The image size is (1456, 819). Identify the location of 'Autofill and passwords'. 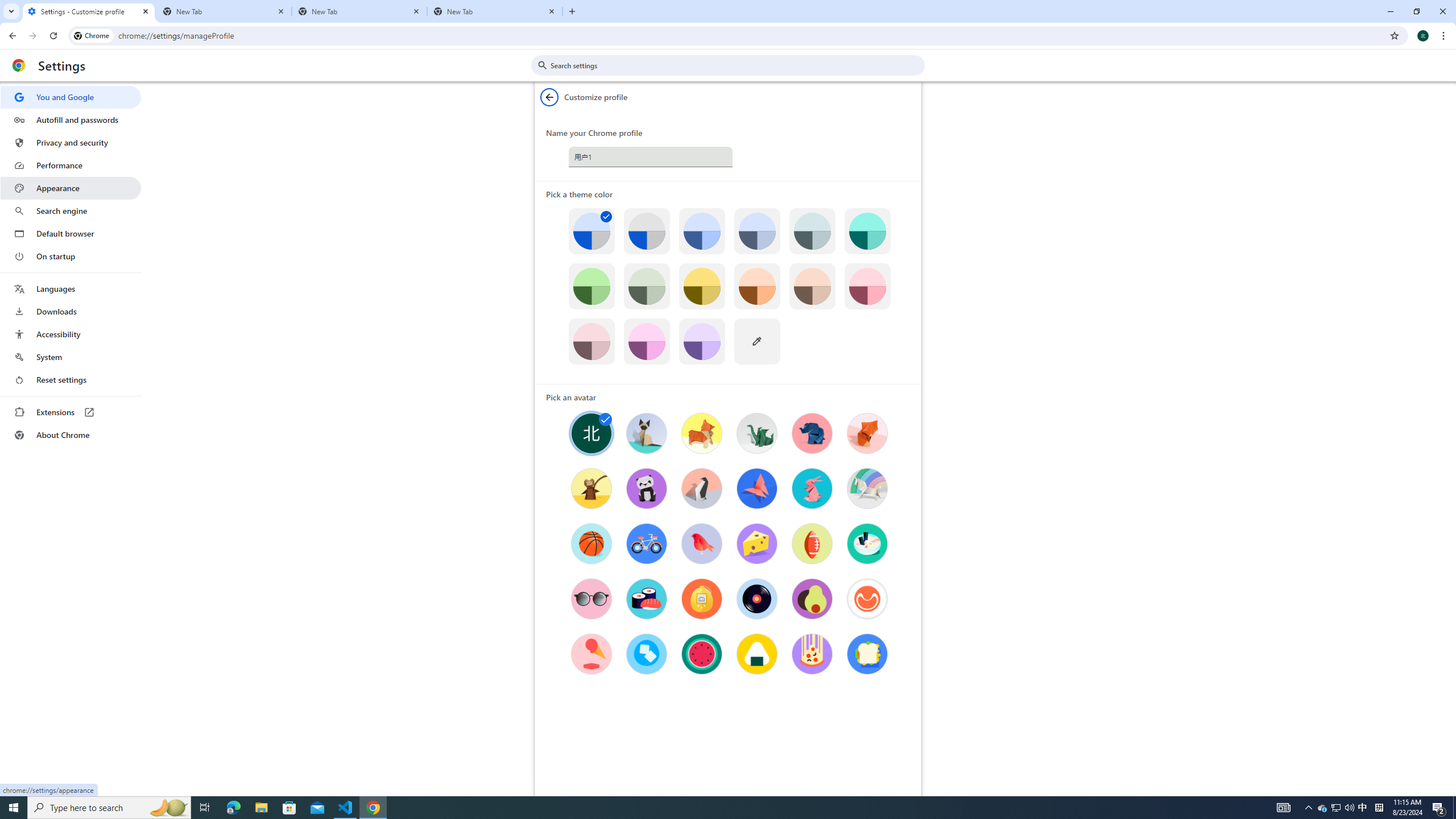
(70, 119).